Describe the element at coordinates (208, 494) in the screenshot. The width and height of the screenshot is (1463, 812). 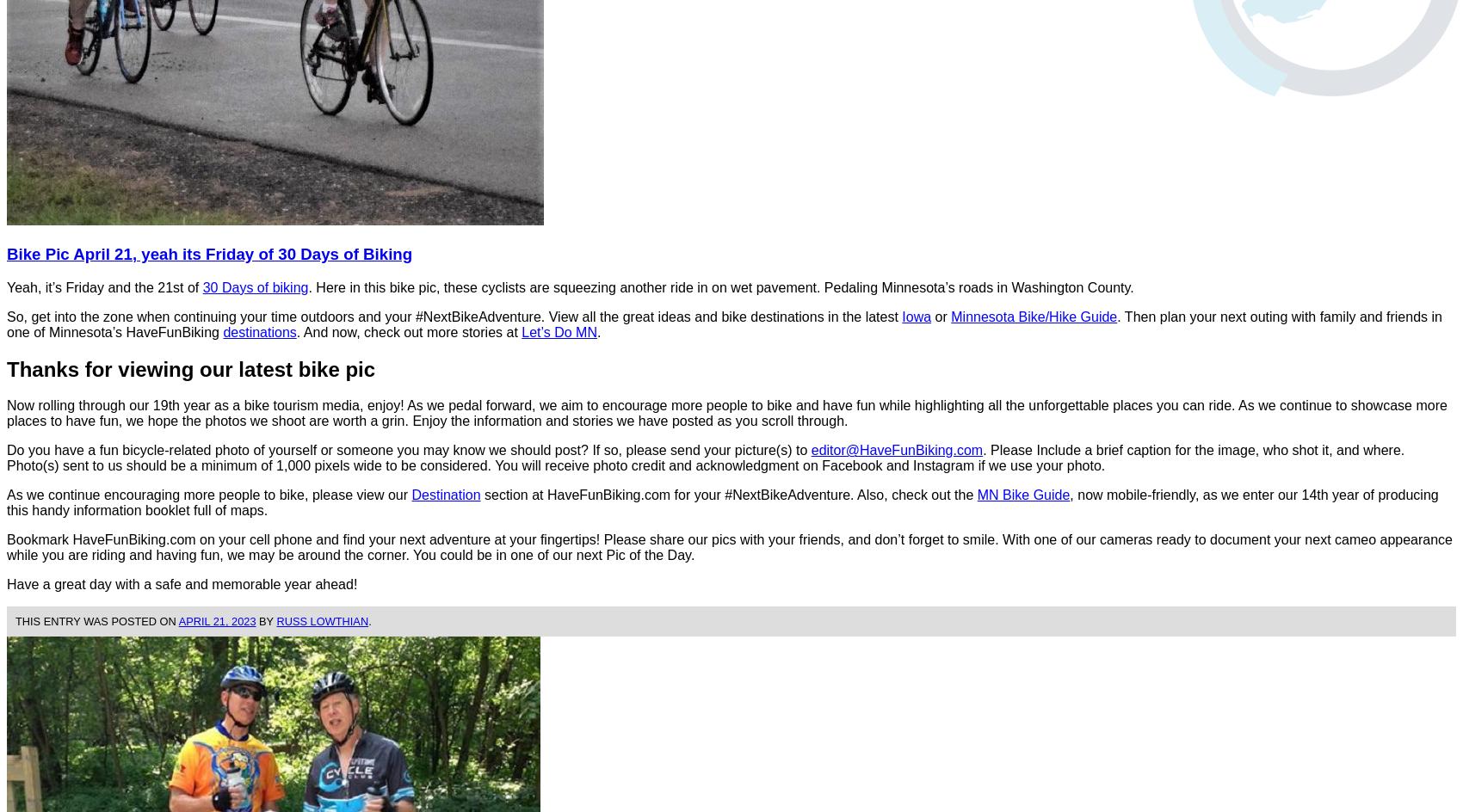
I see `'As we continue encouraging more people to bike, please view our'` at that location.